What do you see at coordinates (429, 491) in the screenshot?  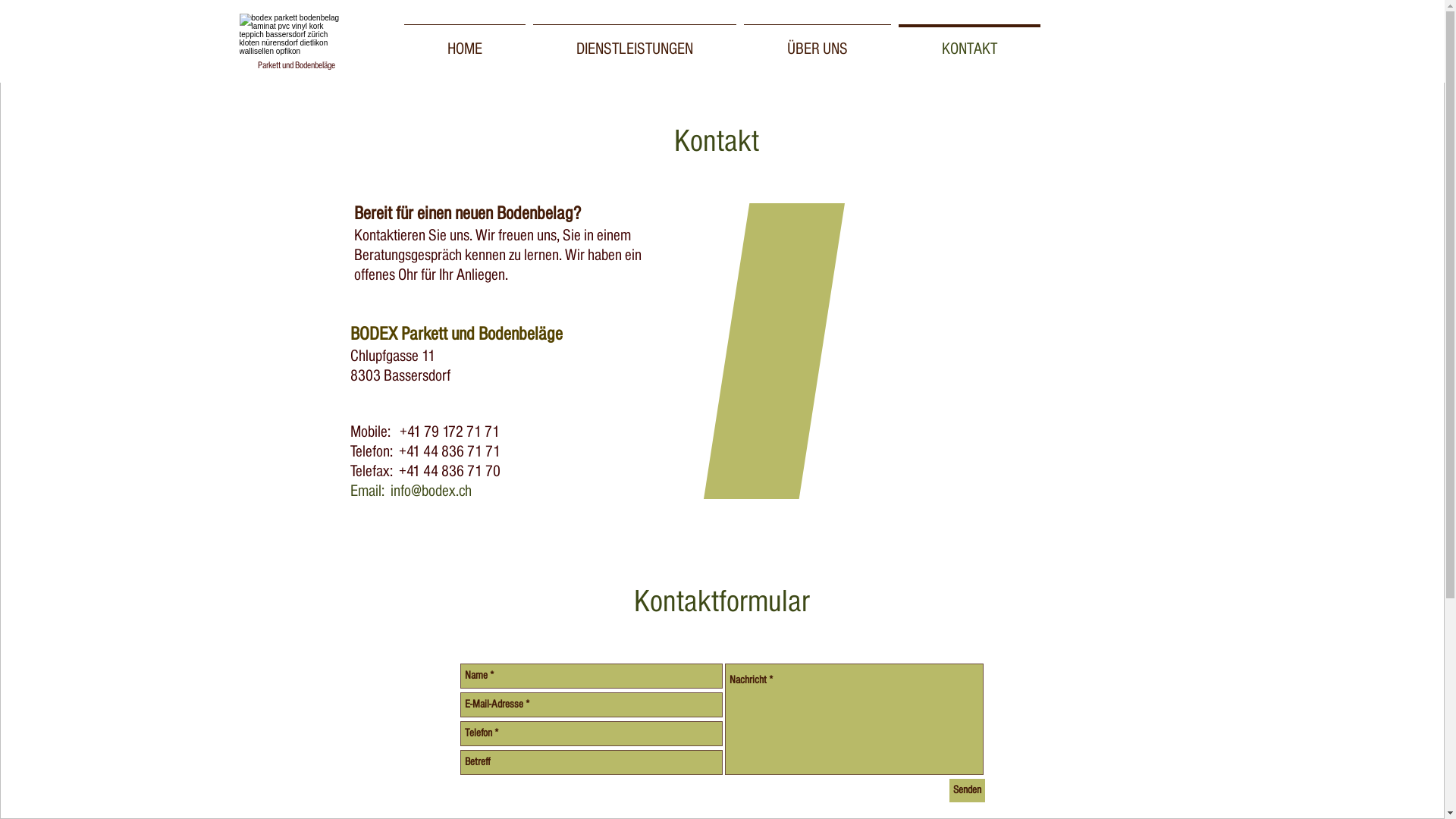 I see `'info@bodex.ch'` at bounding box center [429, 491].